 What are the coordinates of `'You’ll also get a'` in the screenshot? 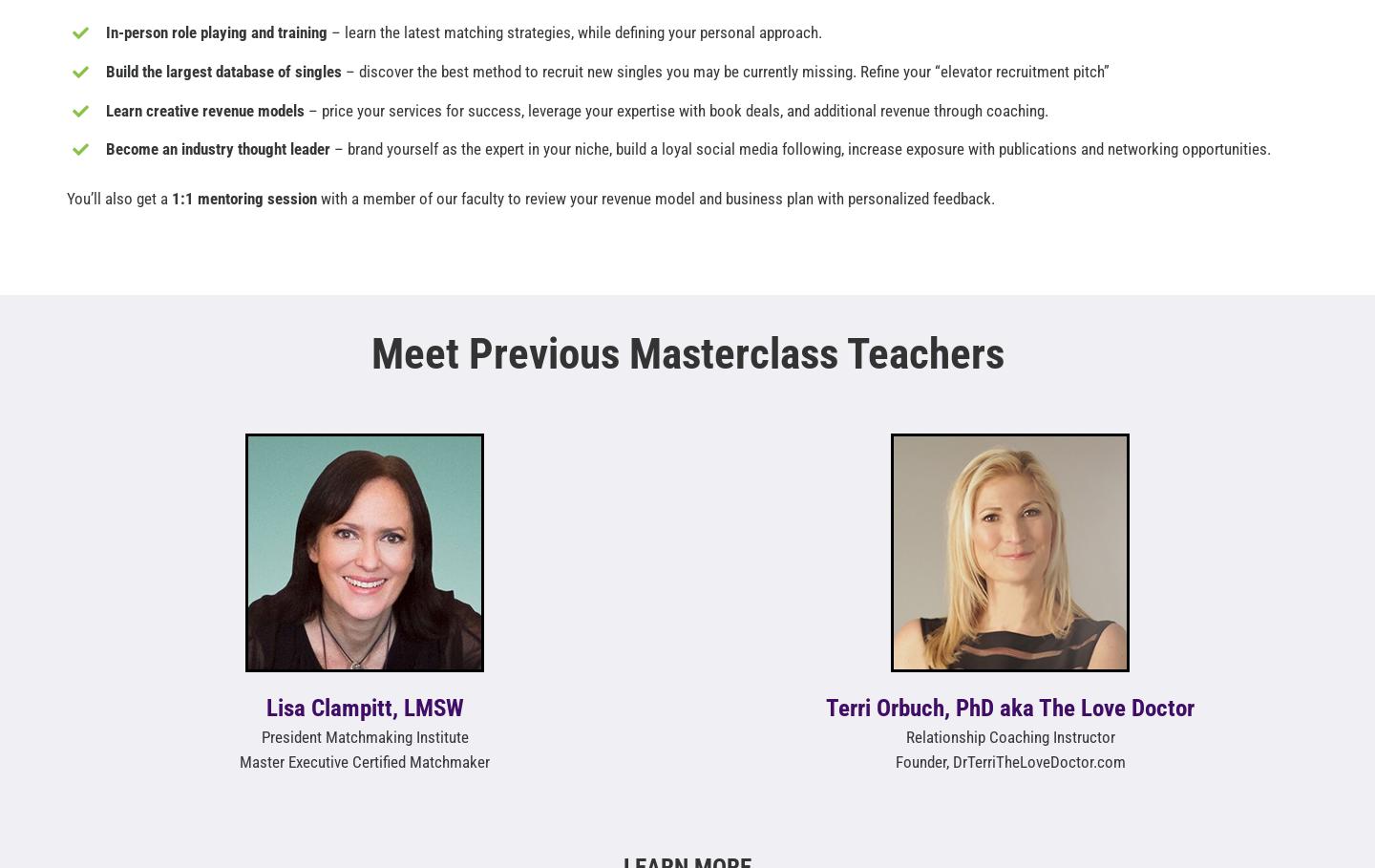 It's located at (66, 198).